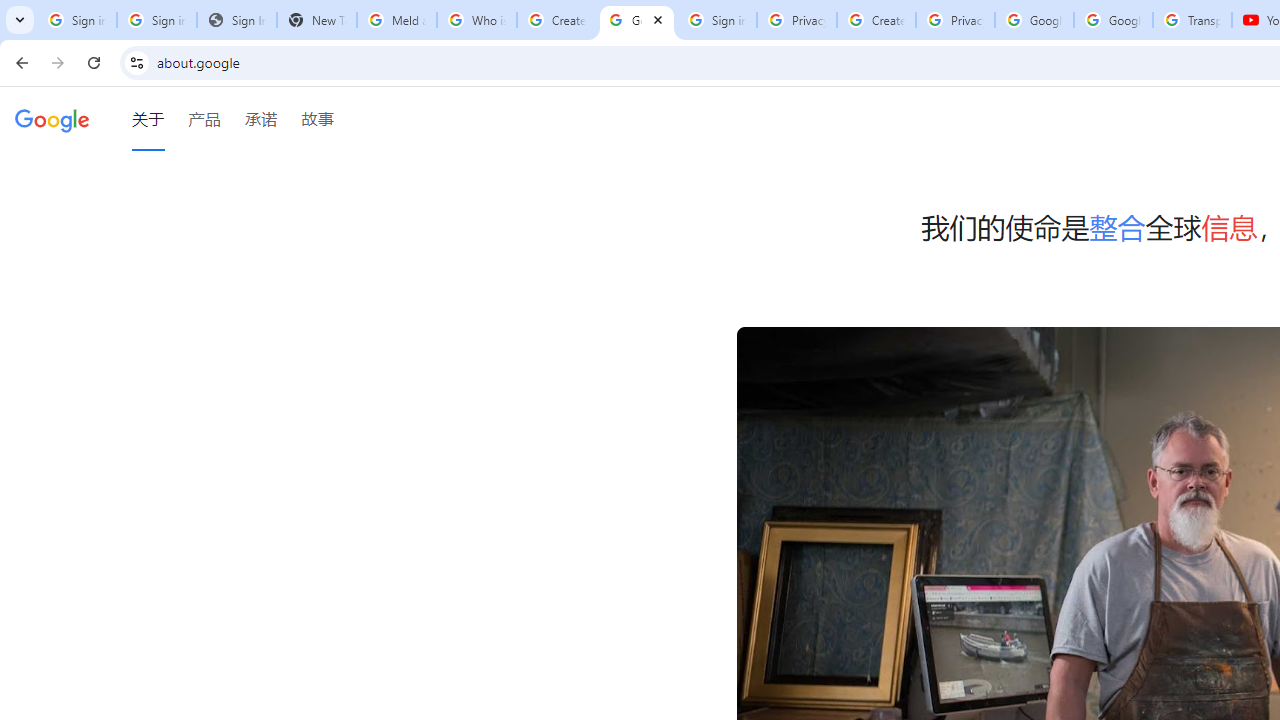 The image size is (1280, 720). I want to click on 'Who is my administrator? - Google Account Help', so click(475, 20).